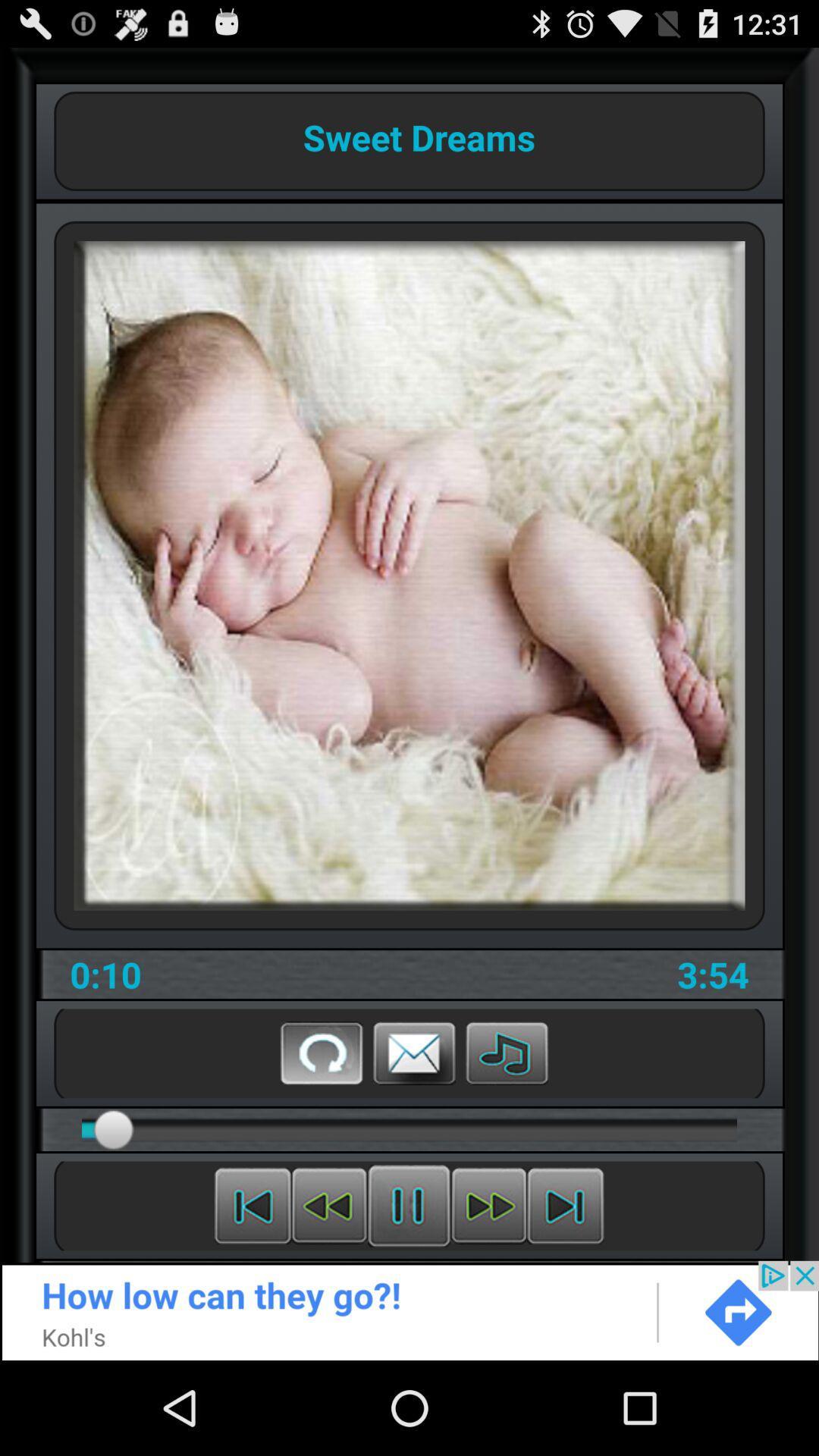 This screenshot has height=1456, width=819. Describe the element at coordinates (408, 1205) in the screenshot. I see `pause button in the video` at that location.